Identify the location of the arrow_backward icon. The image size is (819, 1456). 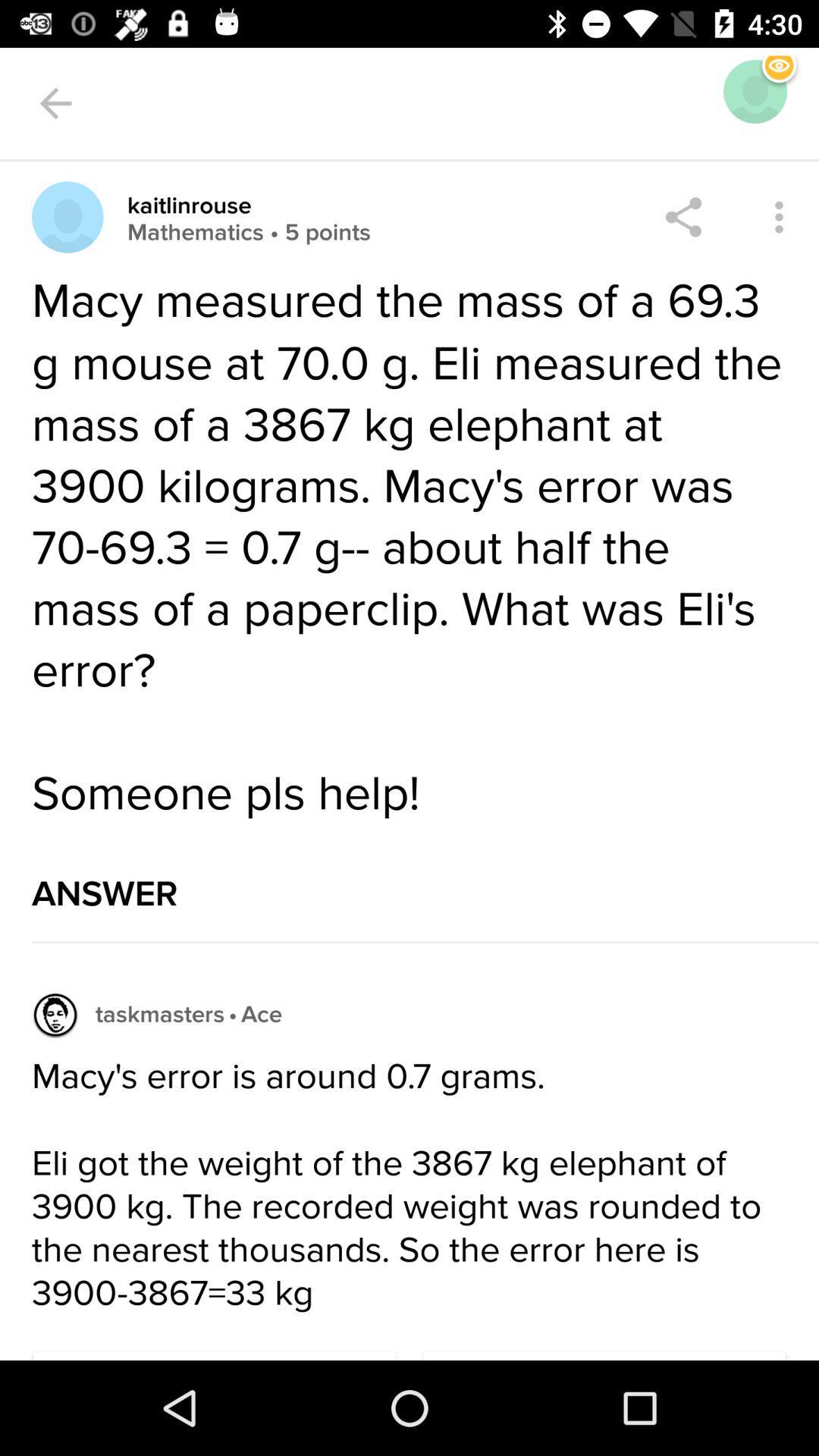
(55, 102).